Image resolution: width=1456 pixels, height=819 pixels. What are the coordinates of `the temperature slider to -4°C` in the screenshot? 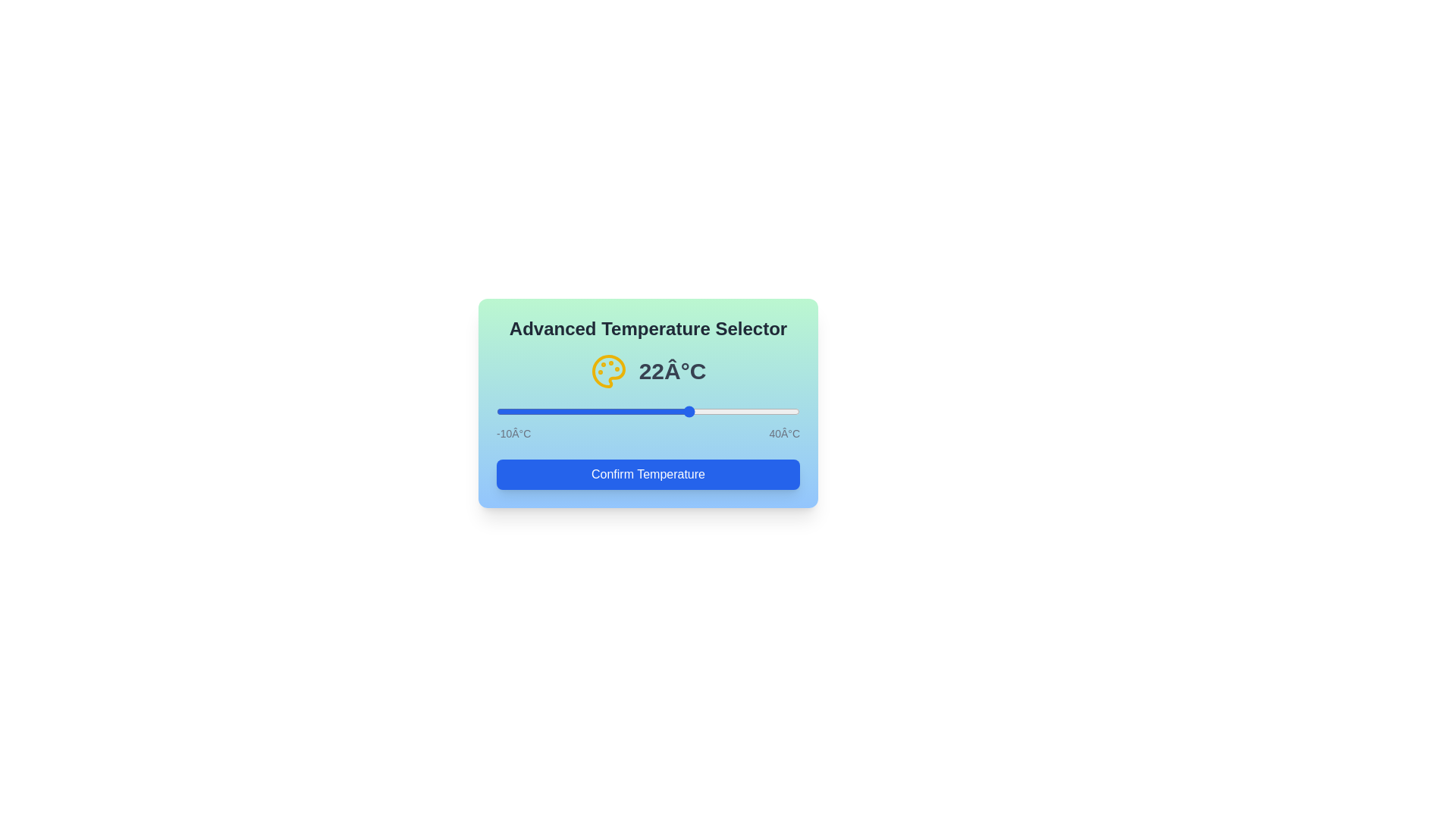 It's located at (532, 412).